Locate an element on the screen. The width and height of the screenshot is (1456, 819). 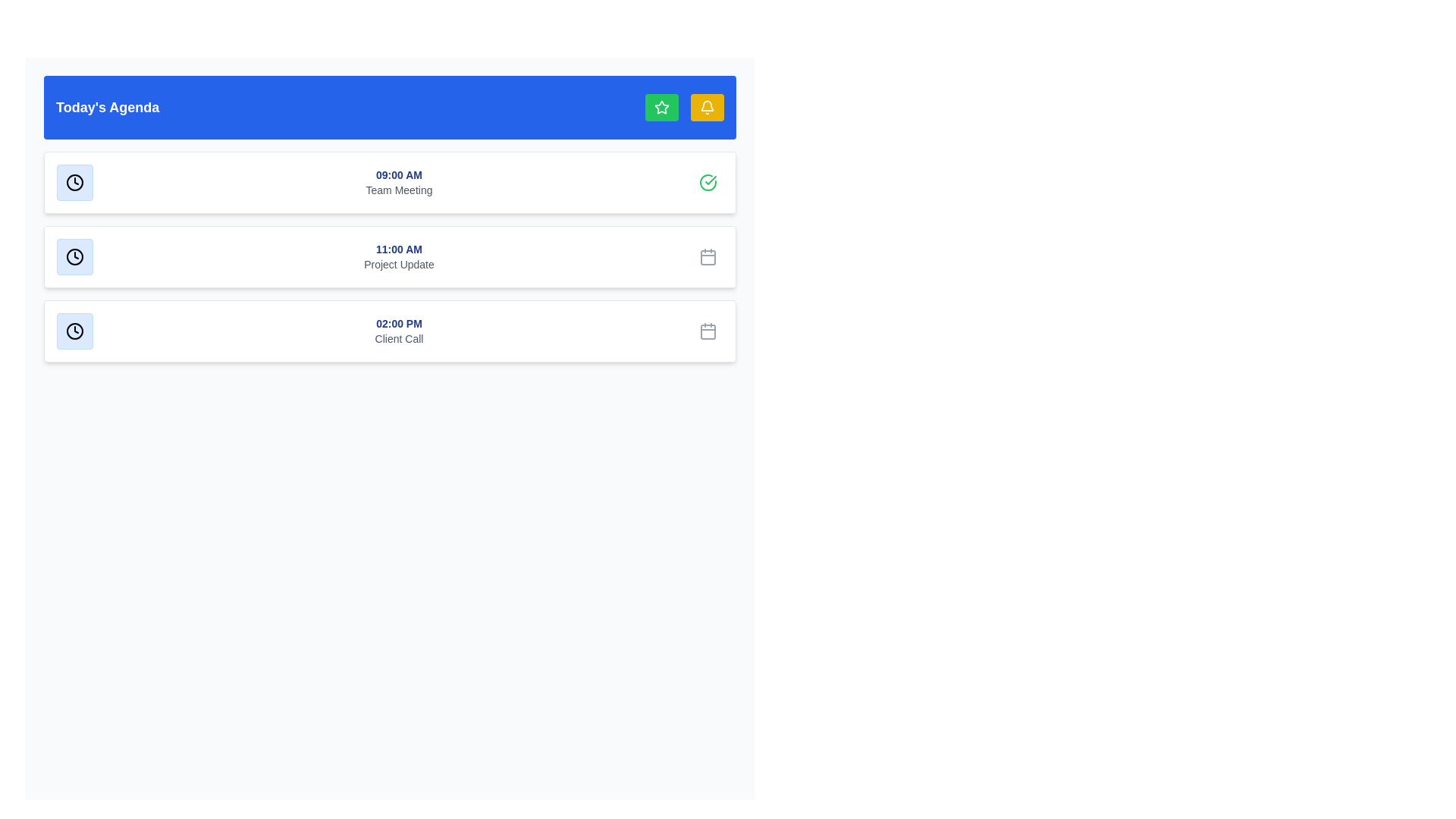
the star button located on the left side of the yellow bell-shaped button in the horizontal blue bar at the top of the interface is located at coordinates (662, 107).